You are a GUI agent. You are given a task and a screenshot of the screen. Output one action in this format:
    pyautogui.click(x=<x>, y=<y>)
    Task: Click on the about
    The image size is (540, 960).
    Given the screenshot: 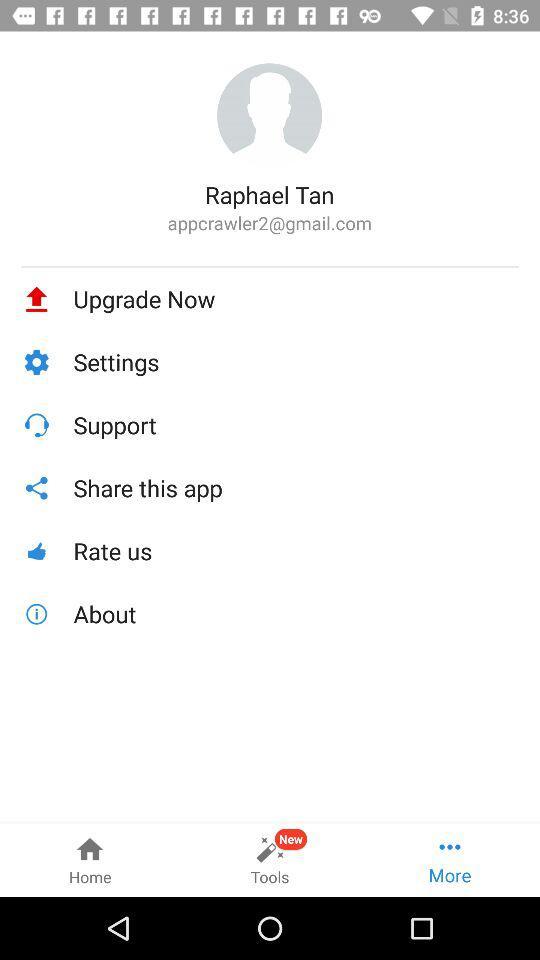 What is the action you would take?
    pyautogui.click(x=295, y=613)
    